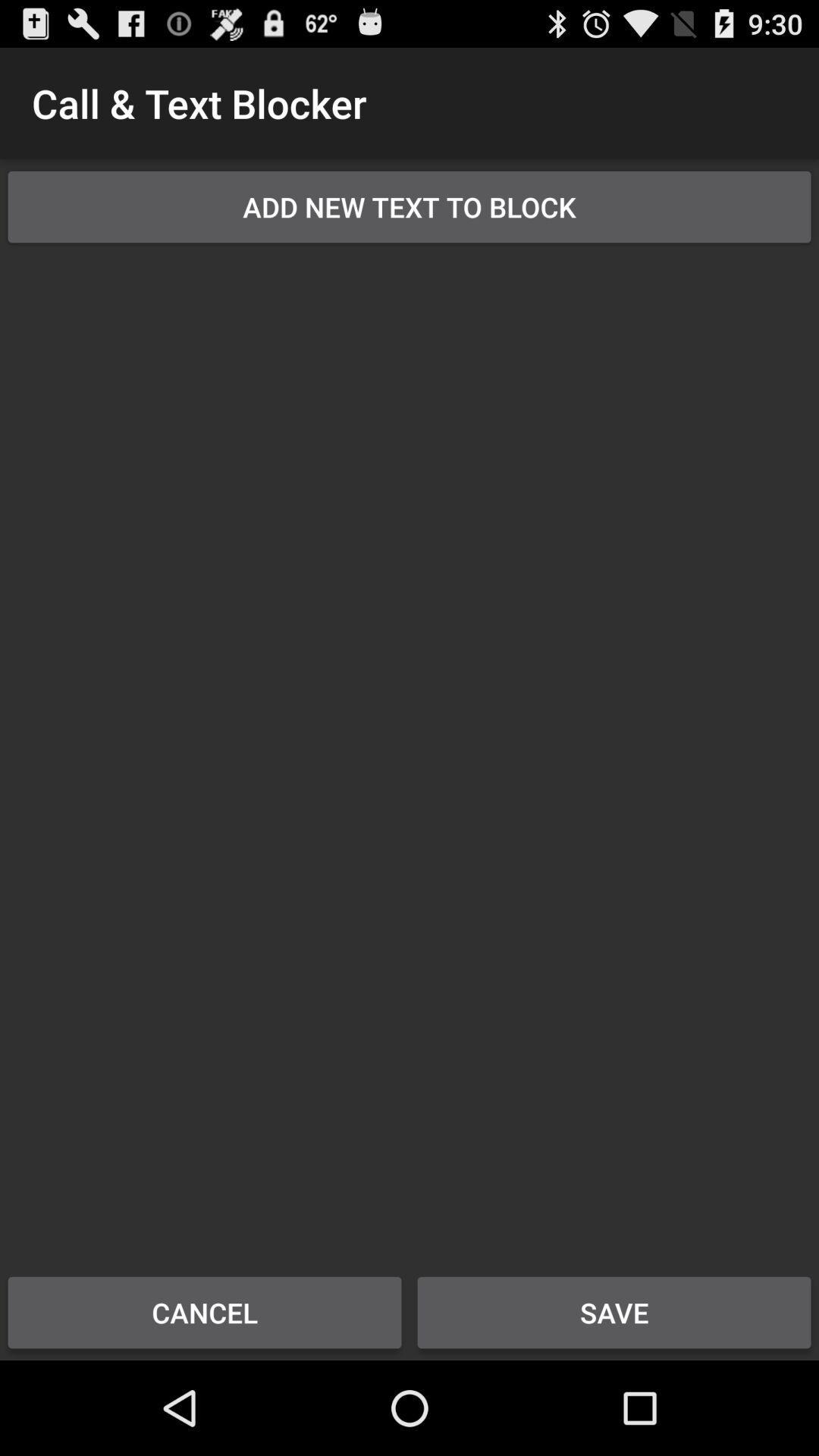 Image resolution: width=819 pixels, height=1456 pixels. Describe the element at coordinates (614, 1312) in the screenshot. I see `button next to cancel button` at that location.